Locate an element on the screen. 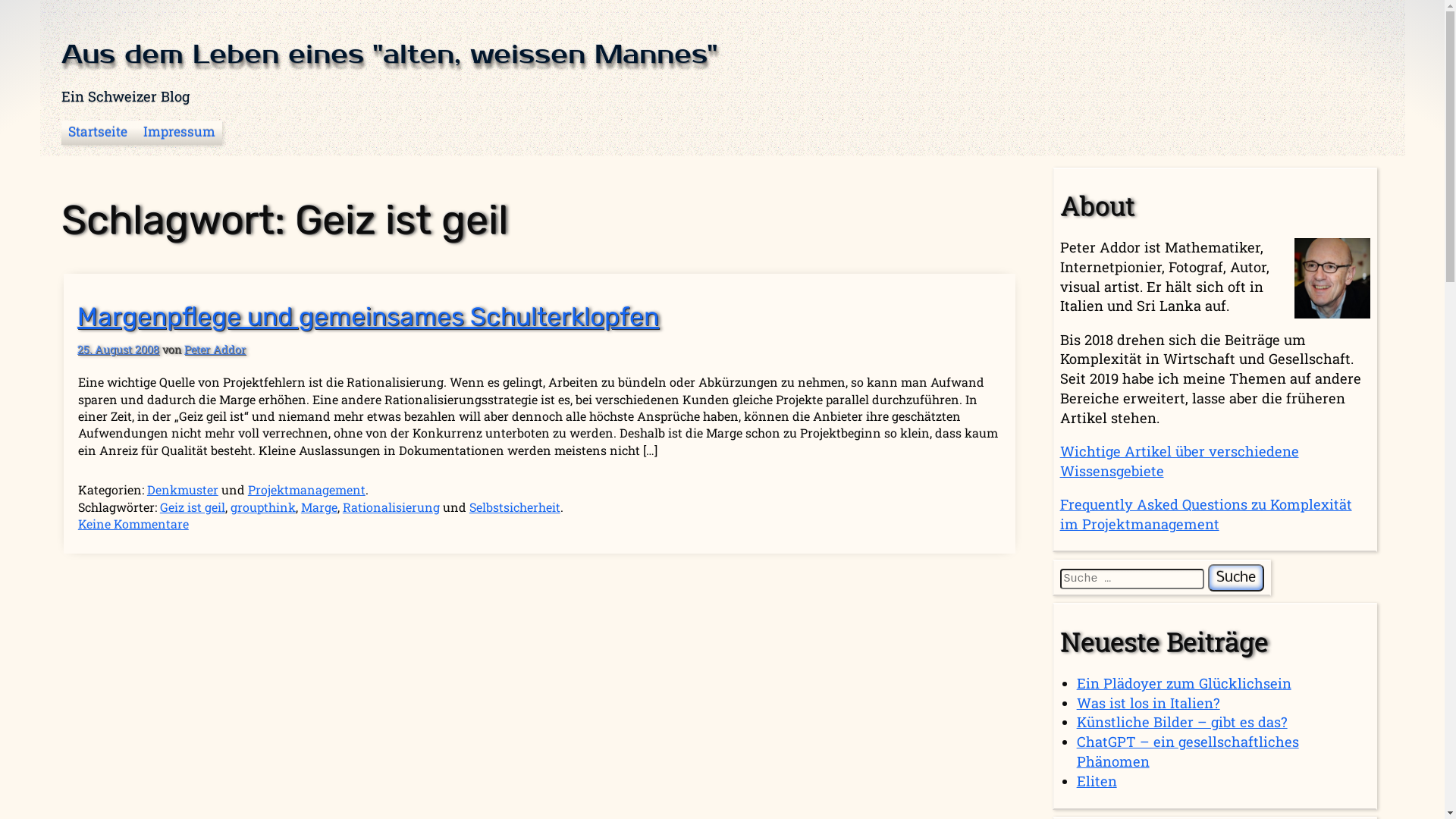 The height and width of the screenshot is (819, 1456). '25. August 2008' is located at coordinates (118, 349).